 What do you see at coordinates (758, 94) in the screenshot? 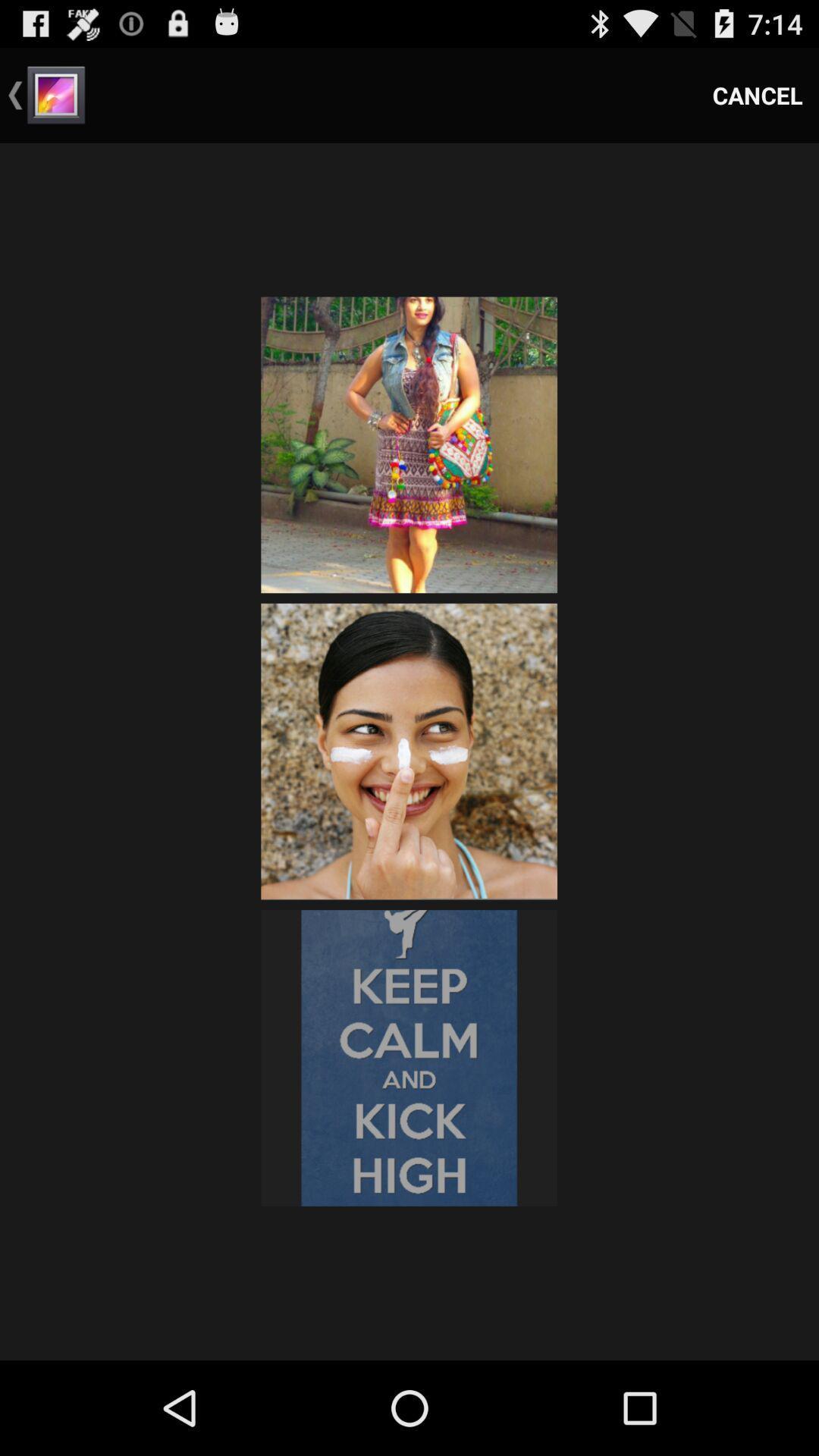
I see `the cancel item` at bounding box center [758, 94].